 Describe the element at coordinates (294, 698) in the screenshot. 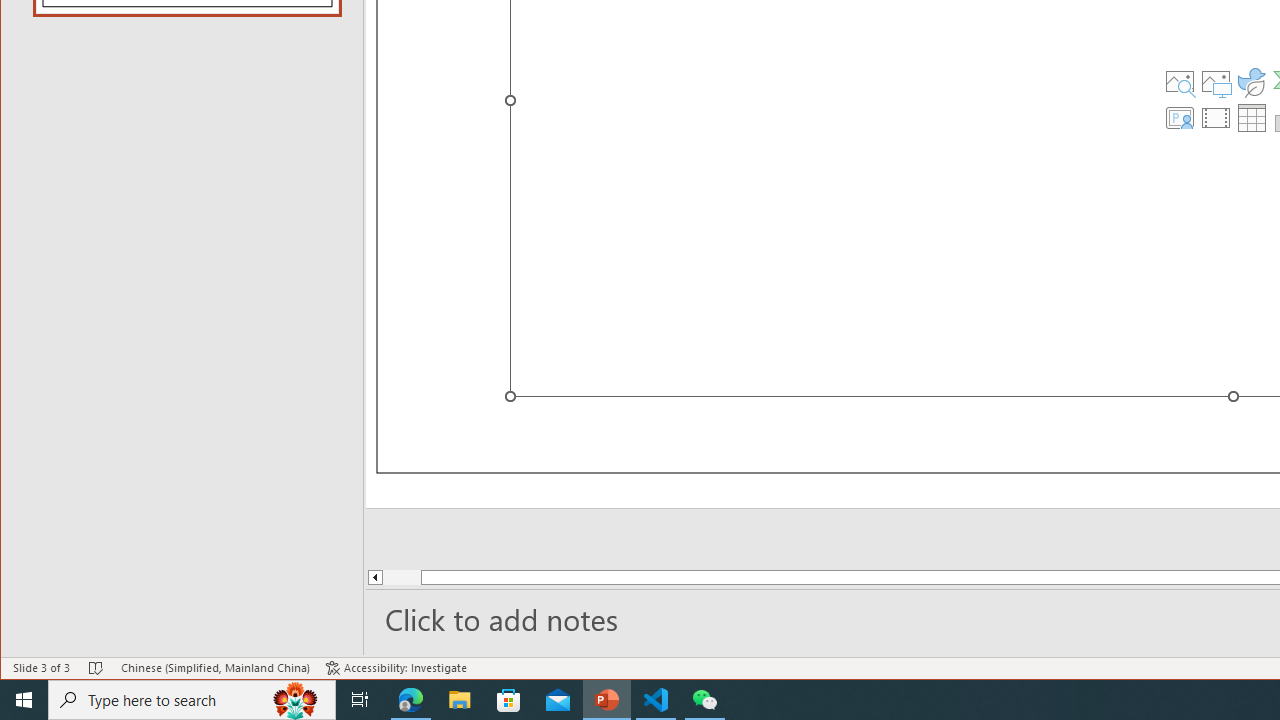

I see `'Search highlights icon opens search home window'` at that location.